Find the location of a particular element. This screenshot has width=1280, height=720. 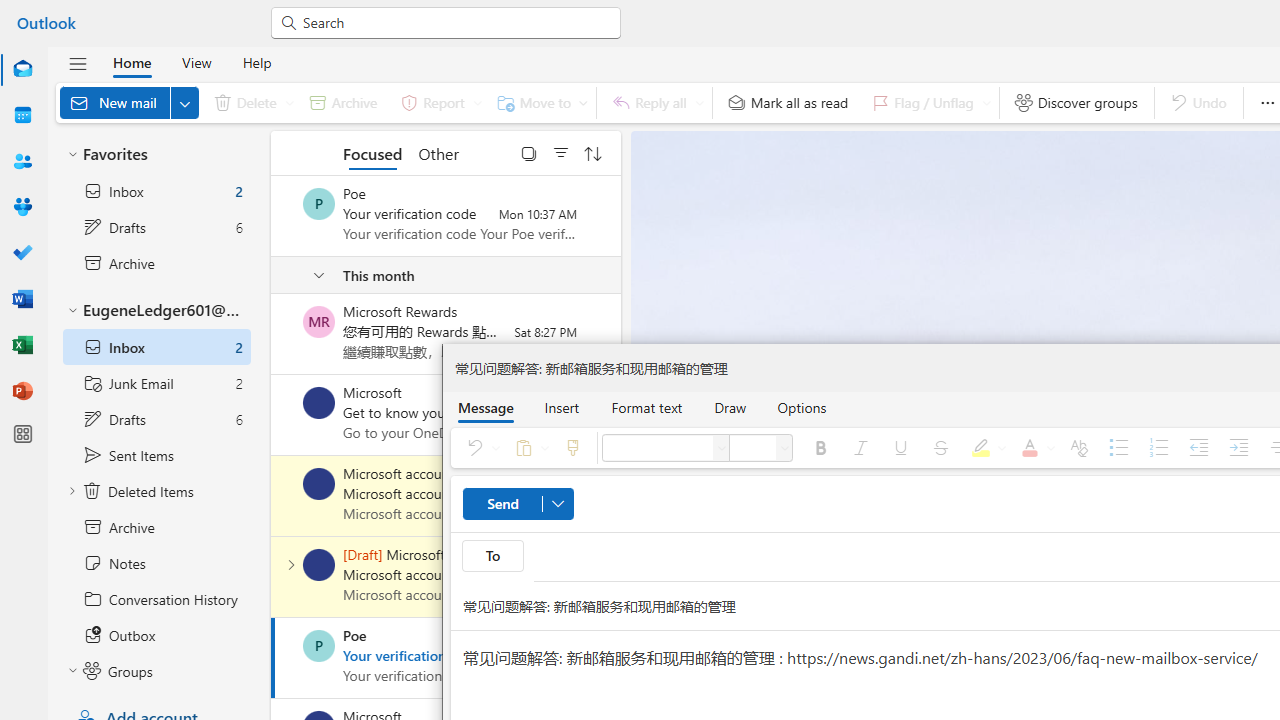

'Font' is located at coordinates (720, 447).